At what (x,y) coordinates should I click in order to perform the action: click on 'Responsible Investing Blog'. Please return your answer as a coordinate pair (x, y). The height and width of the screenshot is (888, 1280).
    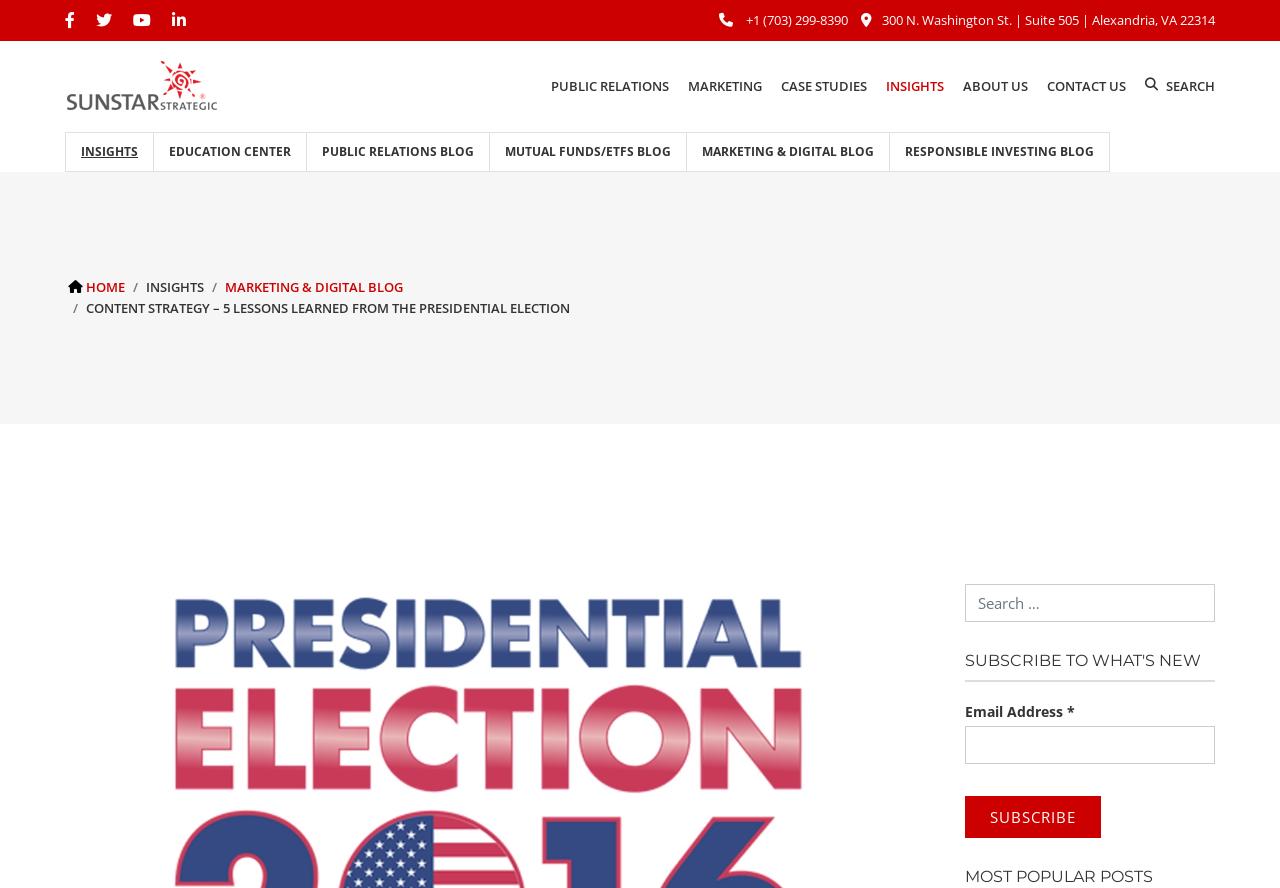
    Looking at the image, I should click on (999, 150).